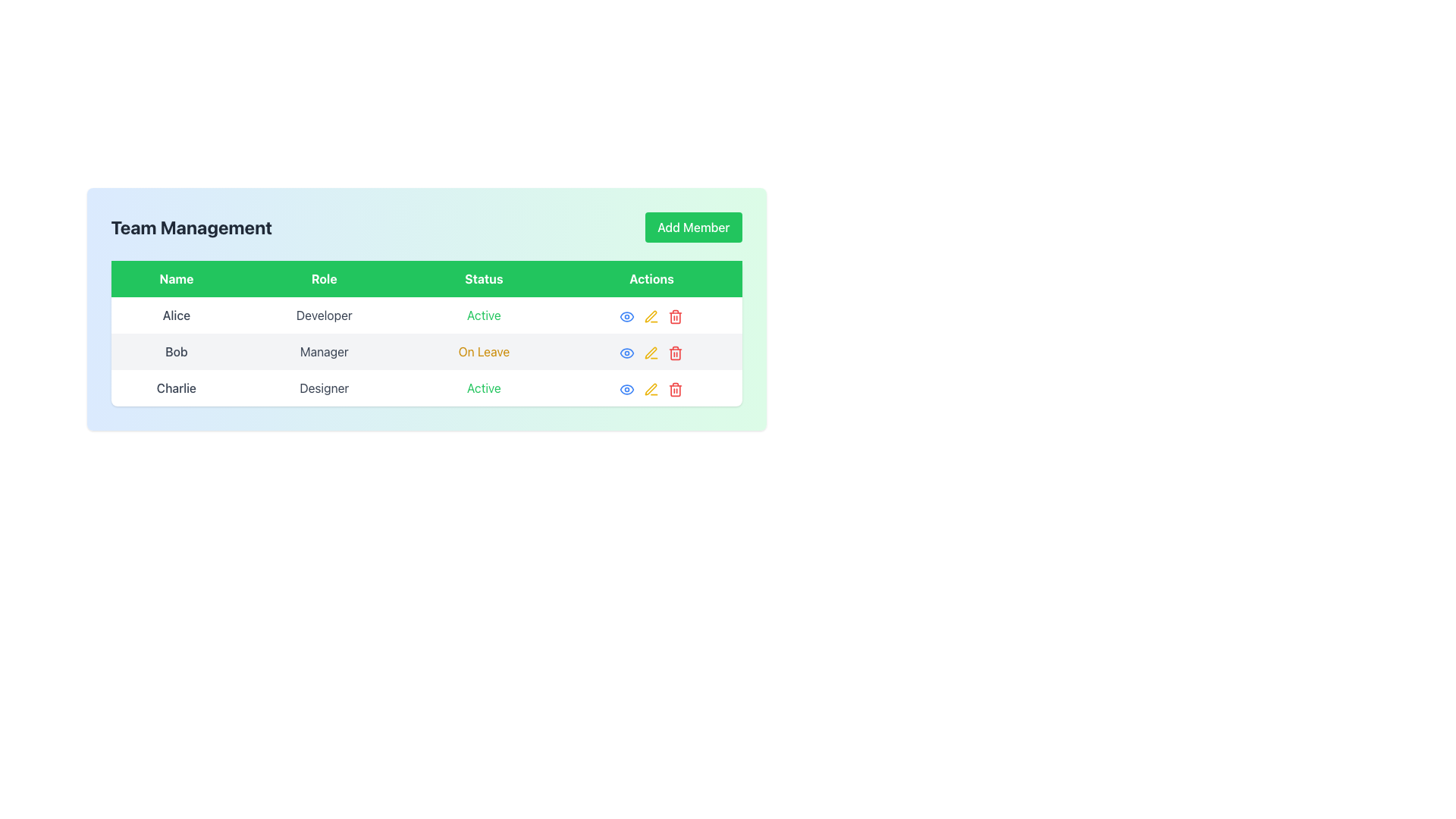 This screenshot has width=1456, height=819. I want to click on the button located to the far right of the 'Team Management' section, so click(692, 227).